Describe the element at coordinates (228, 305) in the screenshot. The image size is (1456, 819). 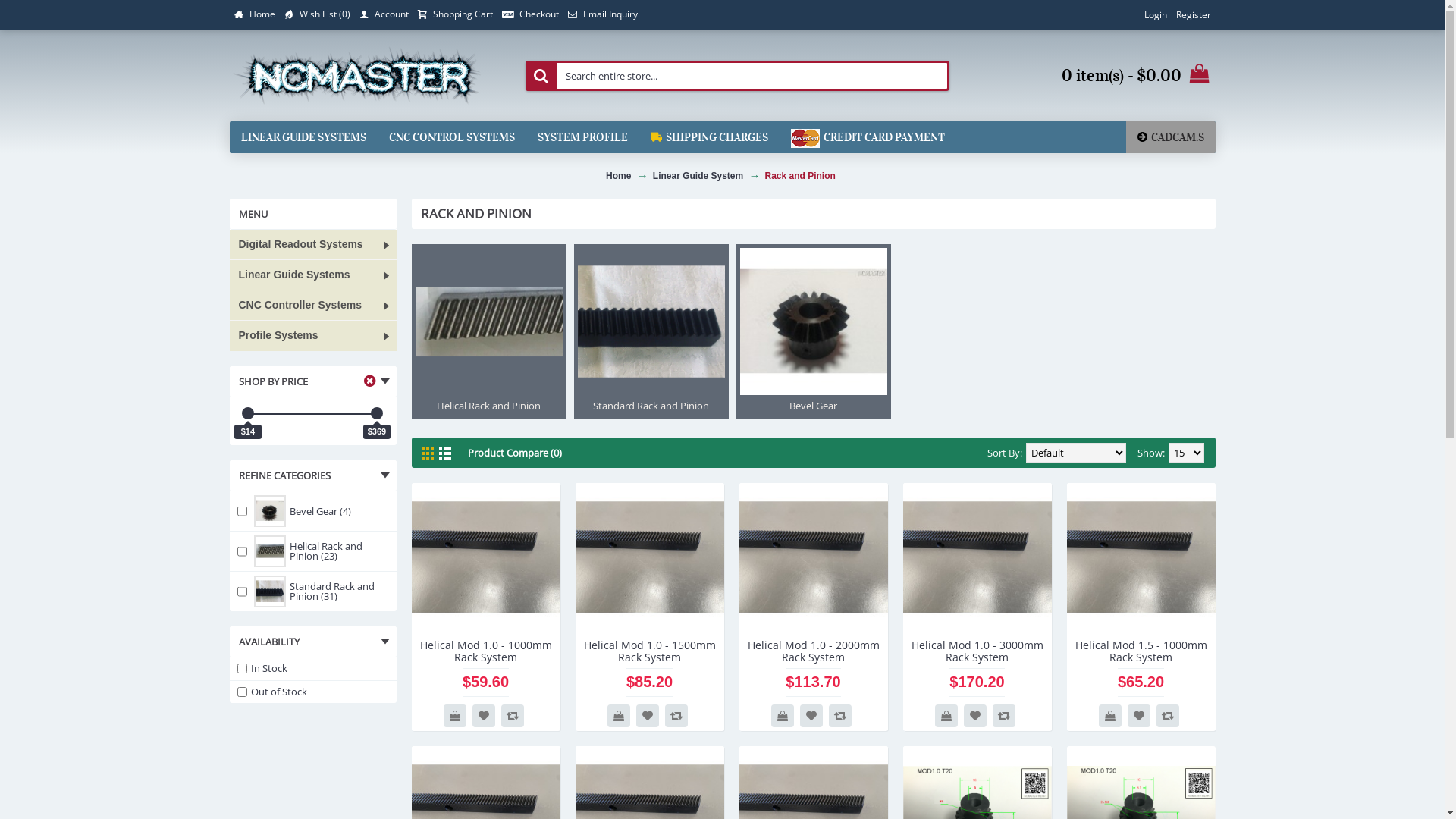
I see `'CNC Controller Systems'` at that location.